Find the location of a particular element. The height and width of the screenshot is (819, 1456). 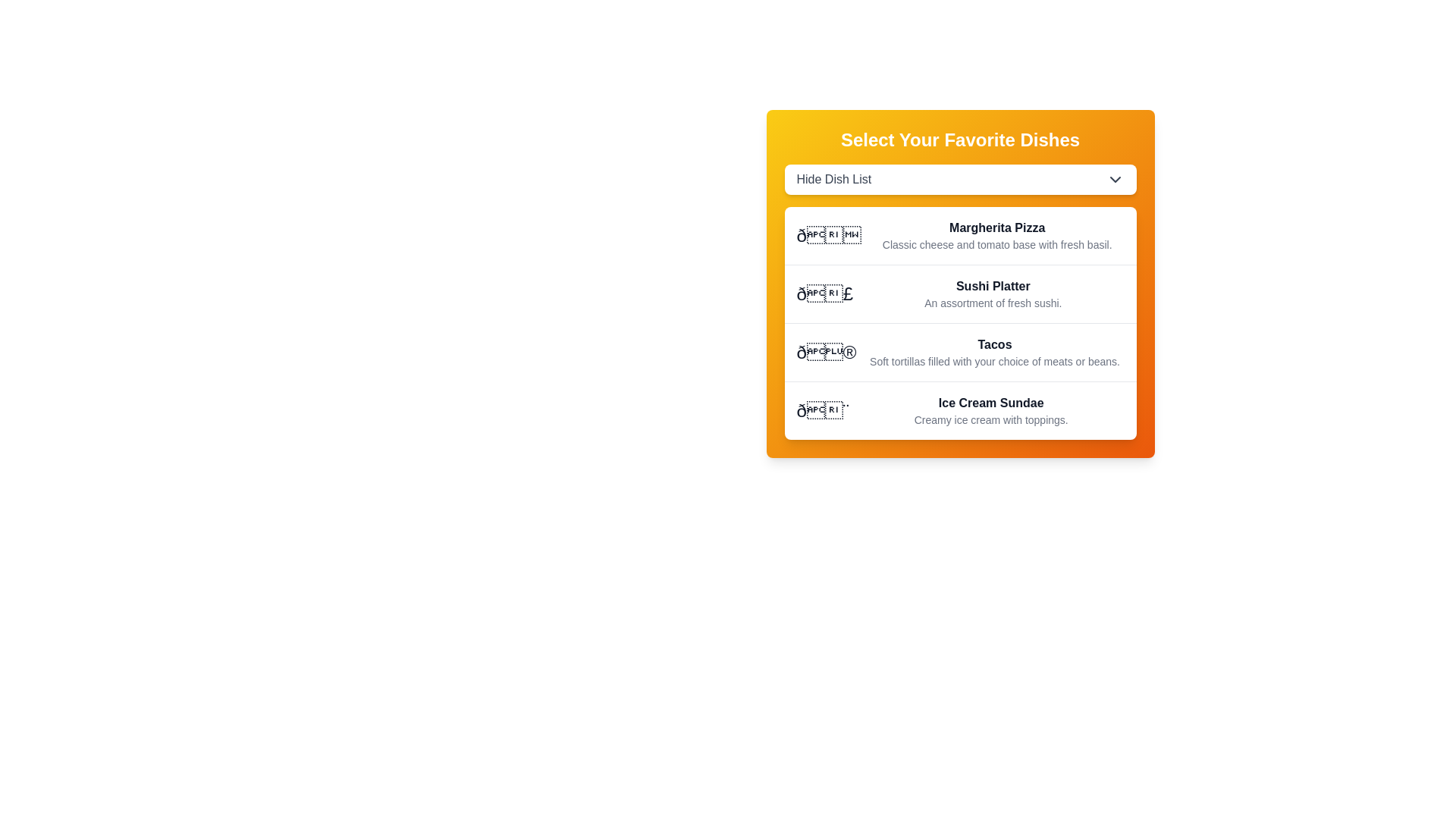

the Emoji or Icon representing the Margherita Pizza dish, located immediately to the left of the text 'Margherita Pizza' in the topmost item panel of the vertical list is located at coordinates (828, 236).